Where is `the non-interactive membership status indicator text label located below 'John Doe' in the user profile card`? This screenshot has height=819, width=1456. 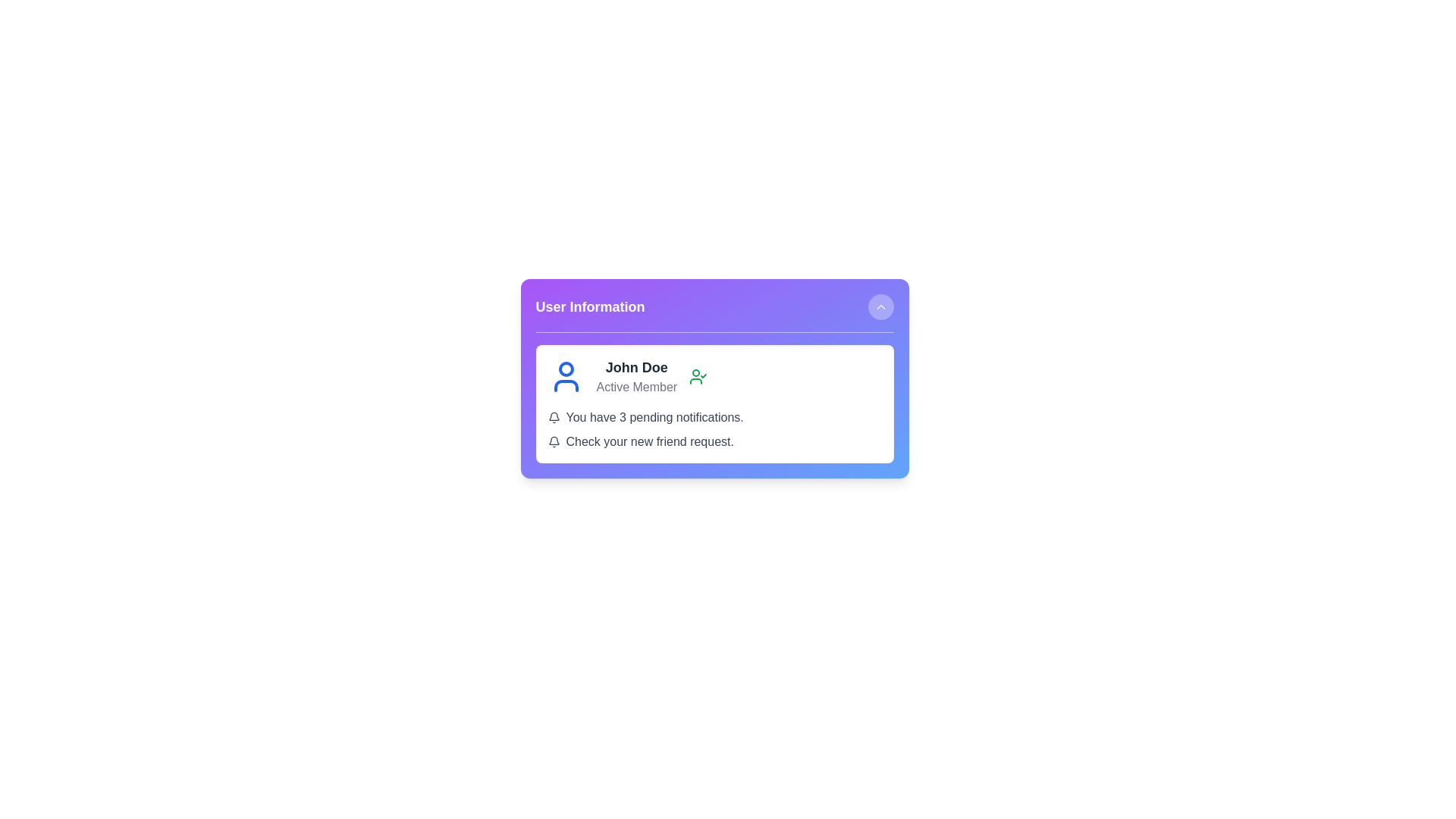
the non-interactive membership status indicator text label located below 'John Doe' in the user profile card is located at coordinates (636, 386).